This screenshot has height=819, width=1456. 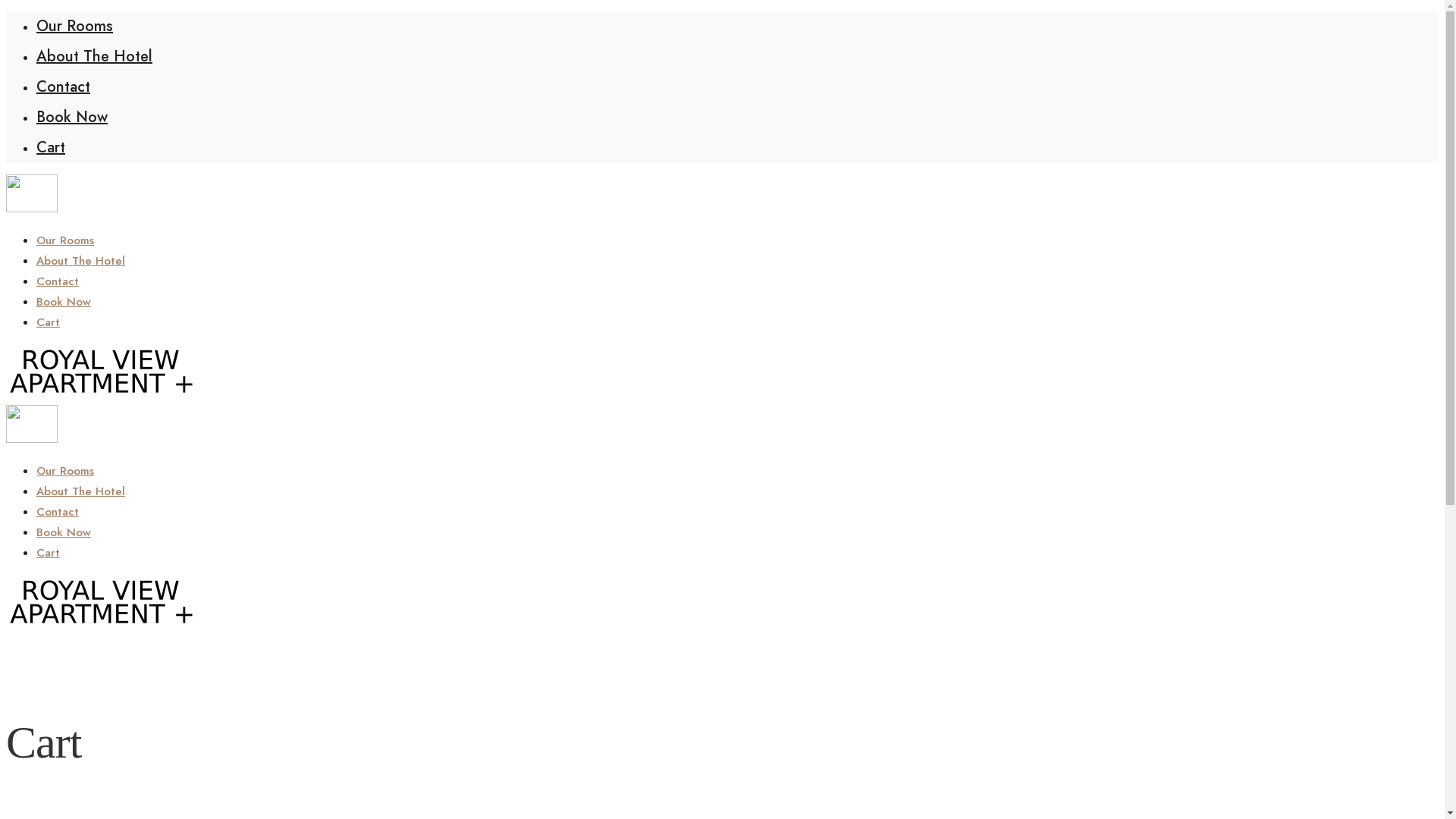 What do you see at coordinates (36, 55) in the screenshot?
I see `'About The Hotel'` at bounding box center [36, 55].